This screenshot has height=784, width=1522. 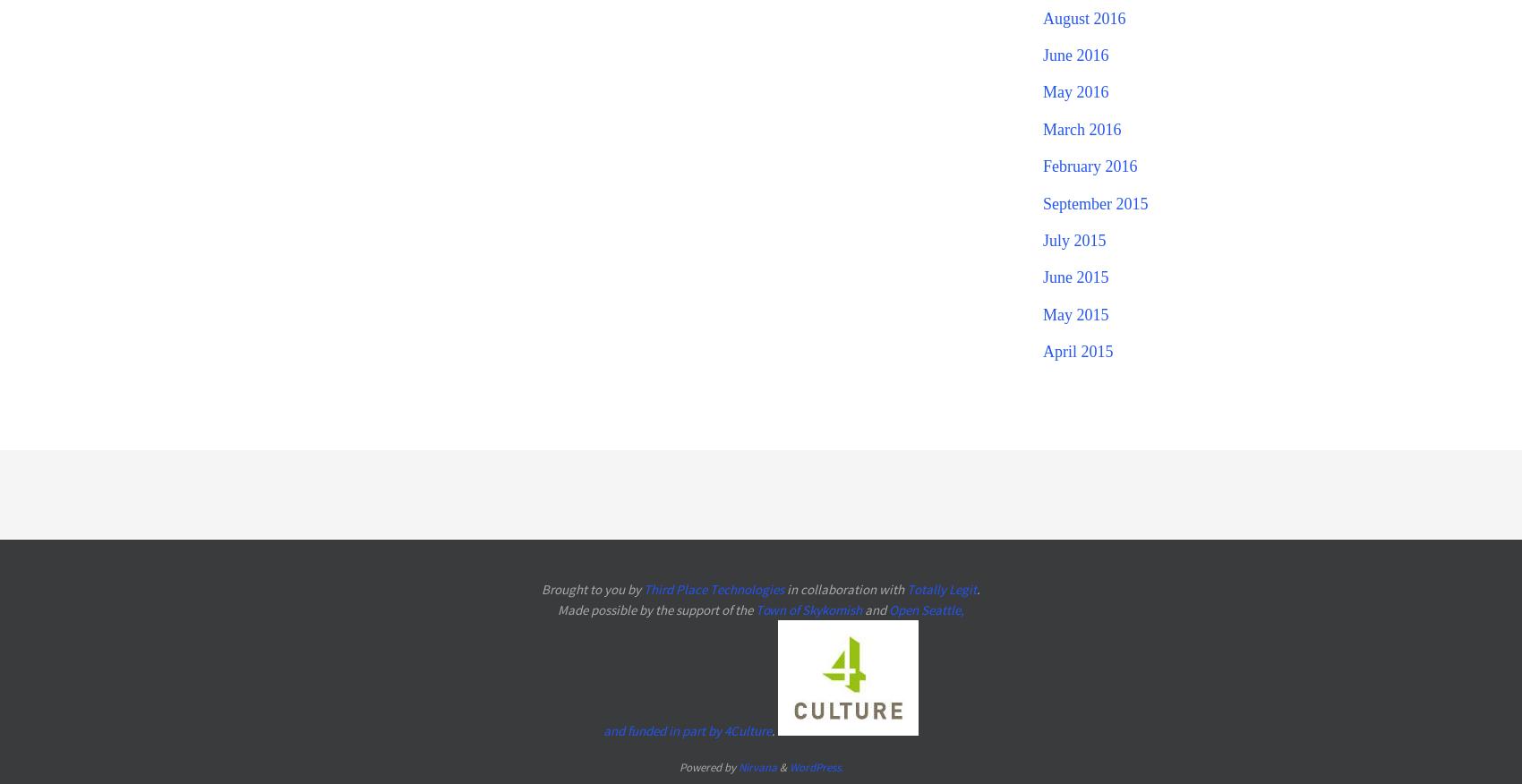 I want to click on 'Powered by', so click(x=707, y=766).